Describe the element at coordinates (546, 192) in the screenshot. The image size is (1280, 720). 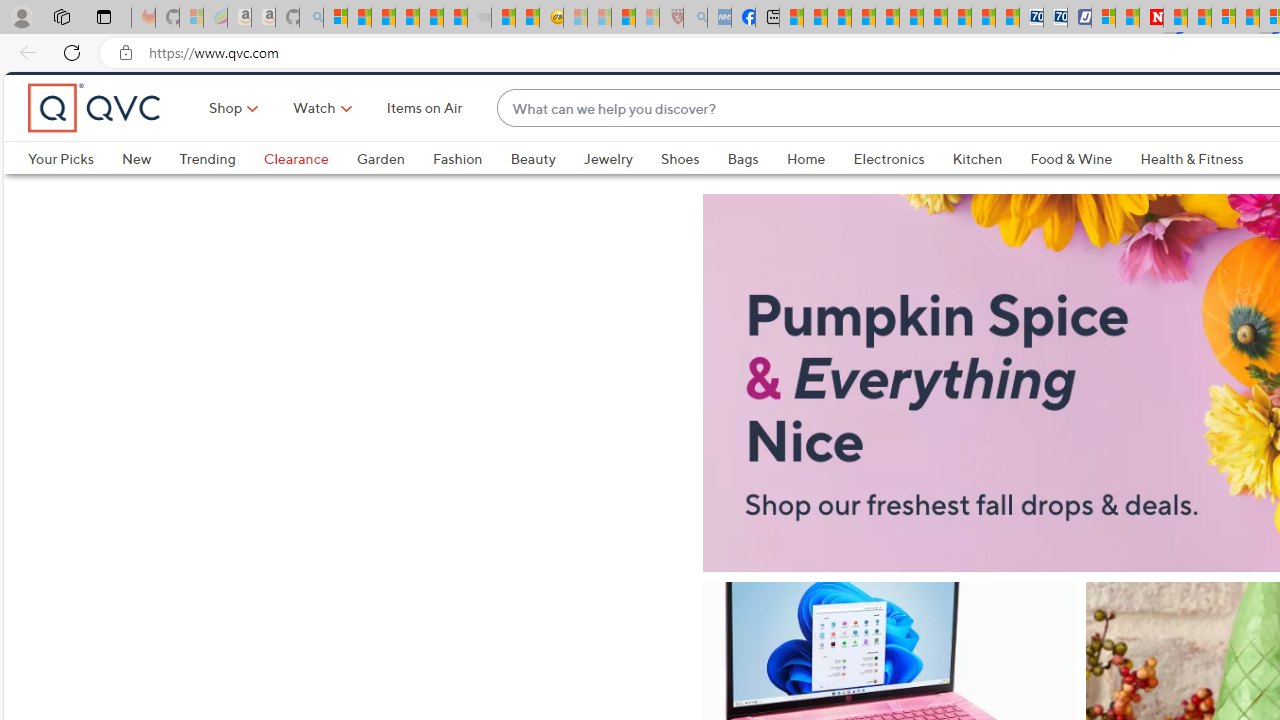
I see `'Beauty'` at that location.